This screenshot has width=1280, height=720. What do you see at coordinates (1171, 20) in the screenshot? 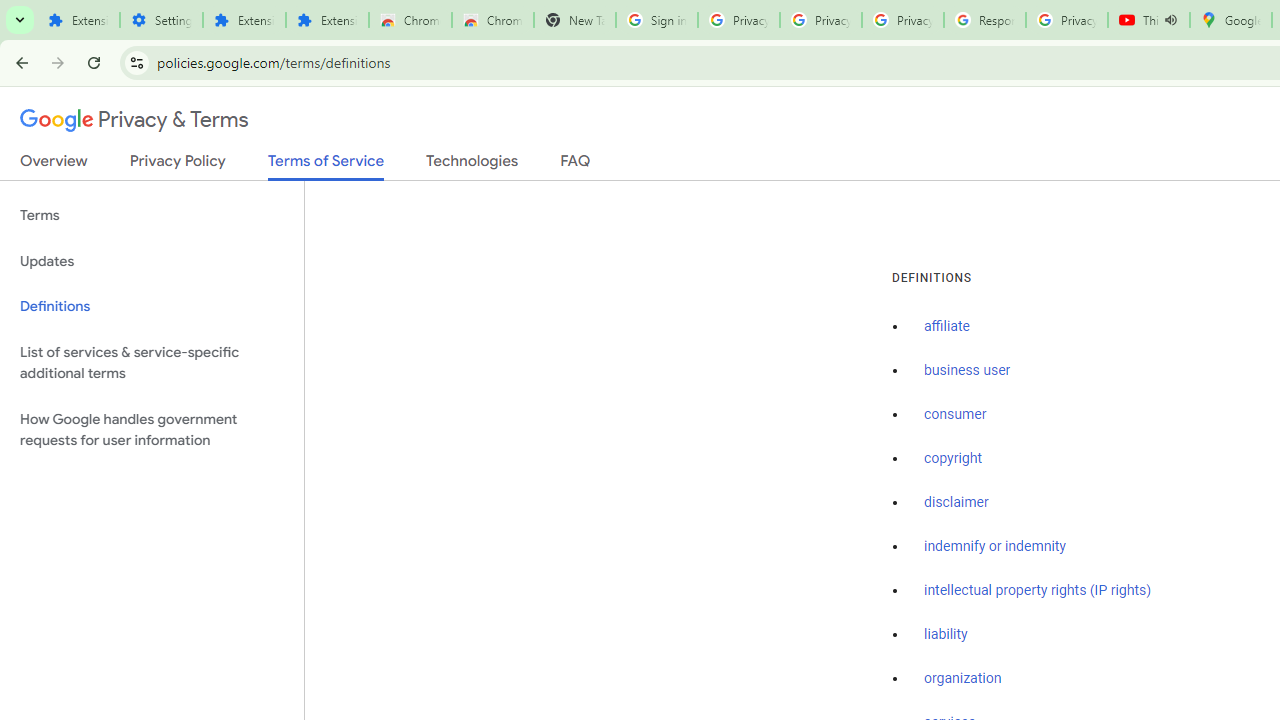
I see `'Mute tab'` at bounding box center [1171, 20].